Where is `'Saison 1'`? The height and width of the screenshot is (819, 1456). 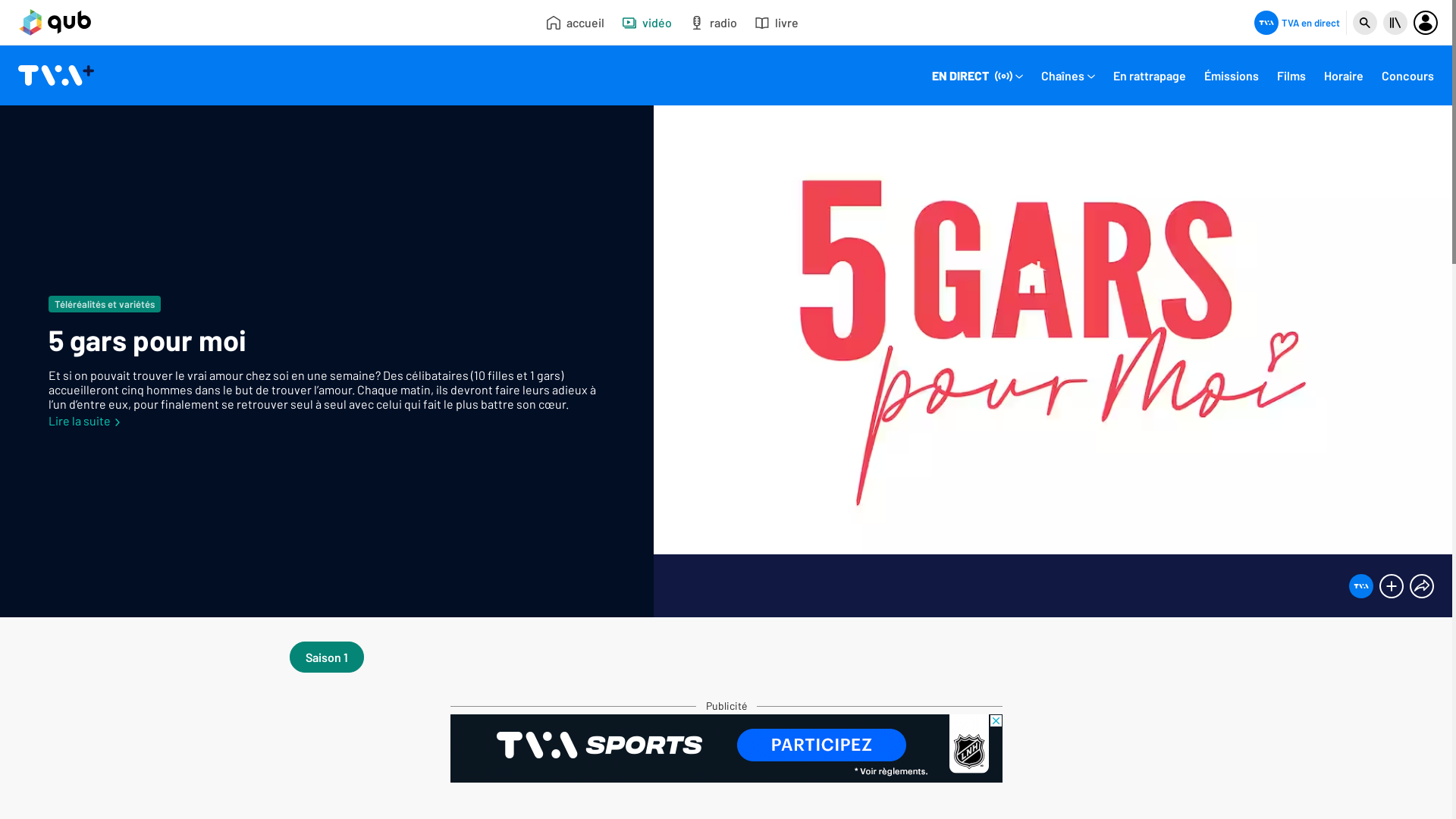 'Saison 1' is located at coordinates (326, 656).